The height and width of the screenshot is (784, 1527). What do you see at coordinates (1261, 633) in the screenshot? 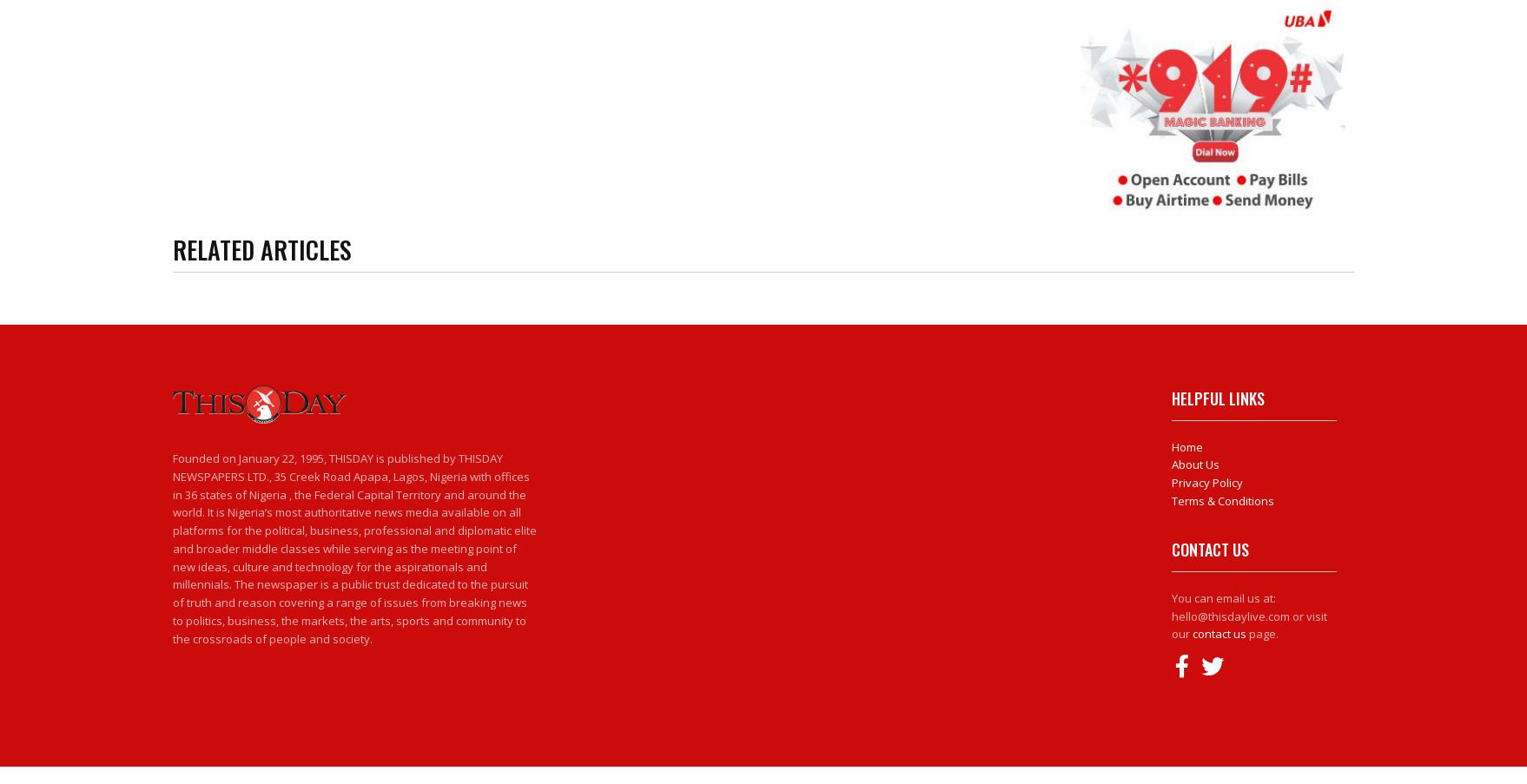
I see `'page.'` at bounding box center [1261, 633].